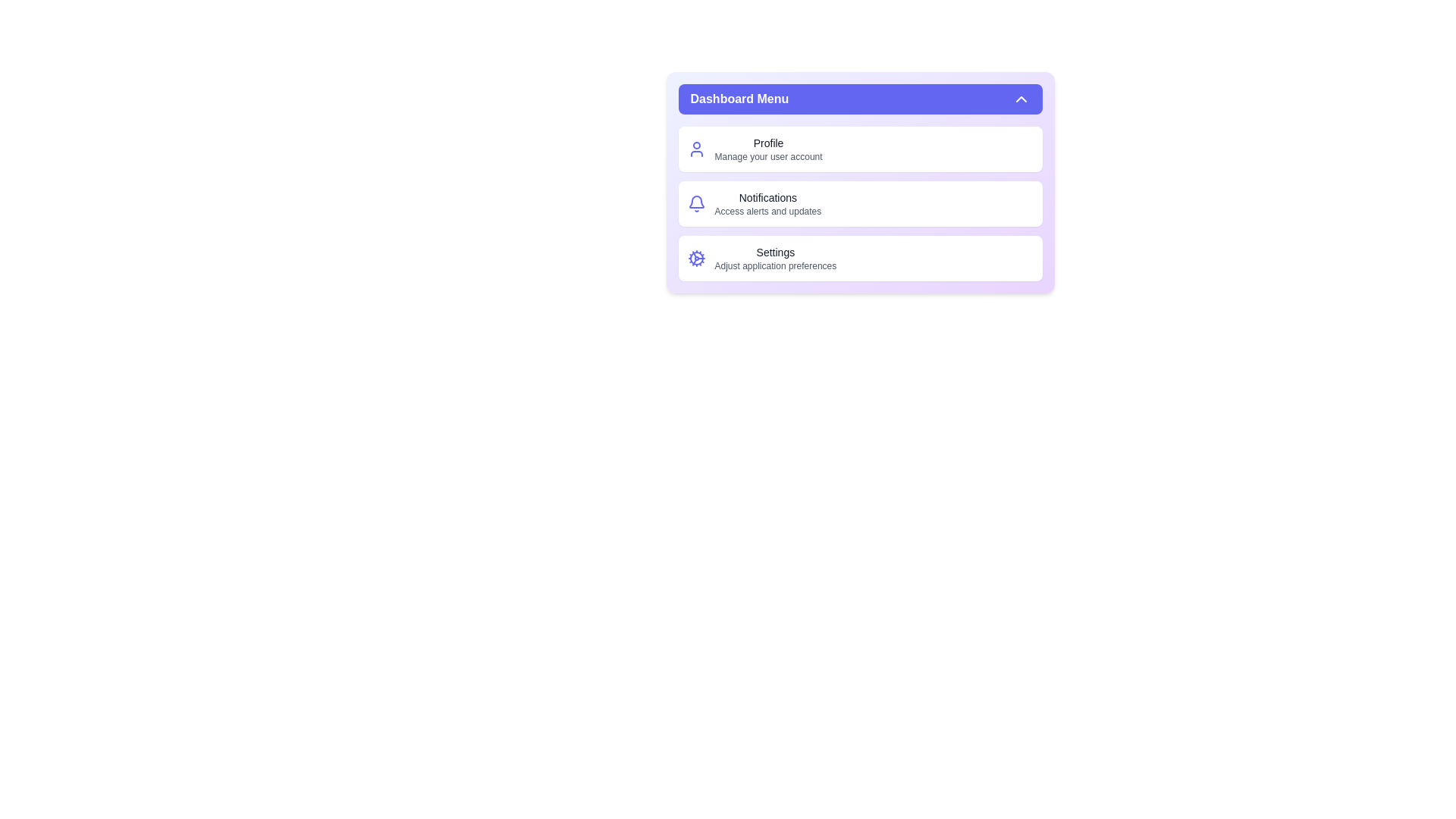 This screenshot has width=1456, height=819. Describe the element at coordinates (768, 143) in the screenshot. I see `the 'Profile' section to view its content` at that location.